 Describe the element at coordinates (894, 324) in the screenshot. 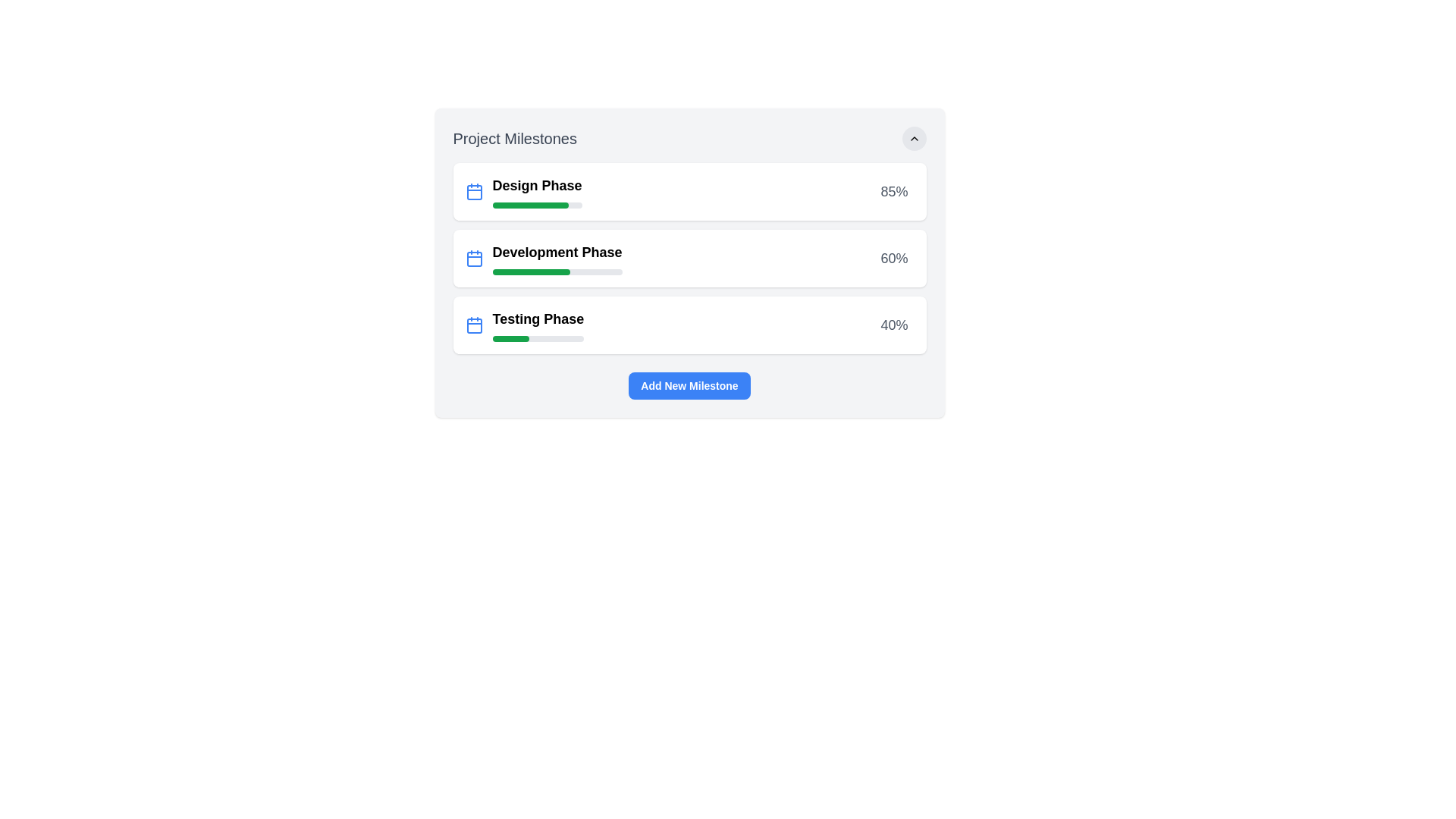

I see `the text label displaying '40%' in gray color, located at the upper-right corner of the 'Testing Phase' progress bar card` at that location.